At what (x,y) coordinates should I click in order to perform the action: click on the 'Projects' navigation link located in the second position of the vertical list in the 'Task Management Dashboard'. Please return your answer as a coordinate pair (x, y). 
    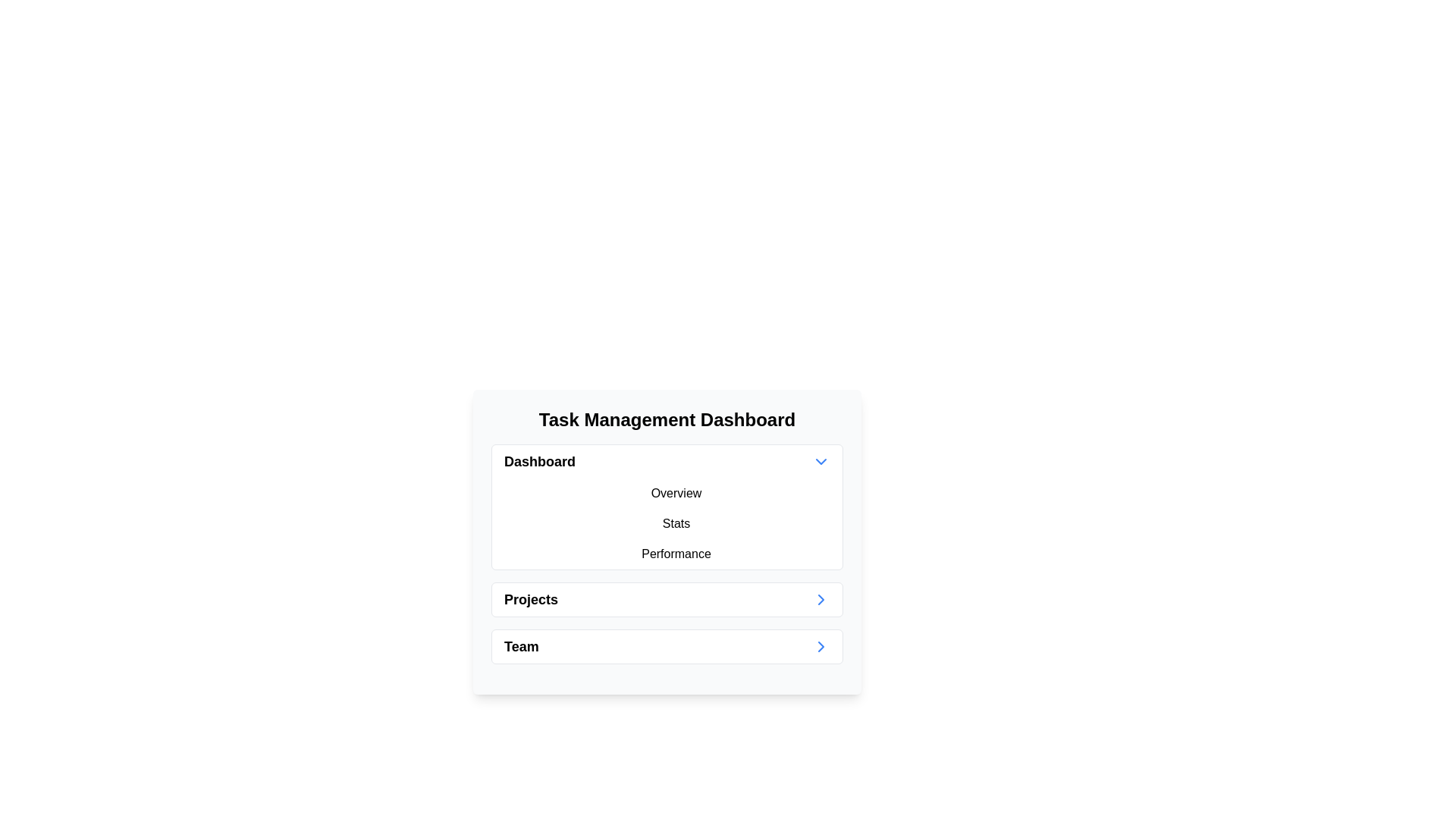
    Looking at the image, I should click on (667, 598).